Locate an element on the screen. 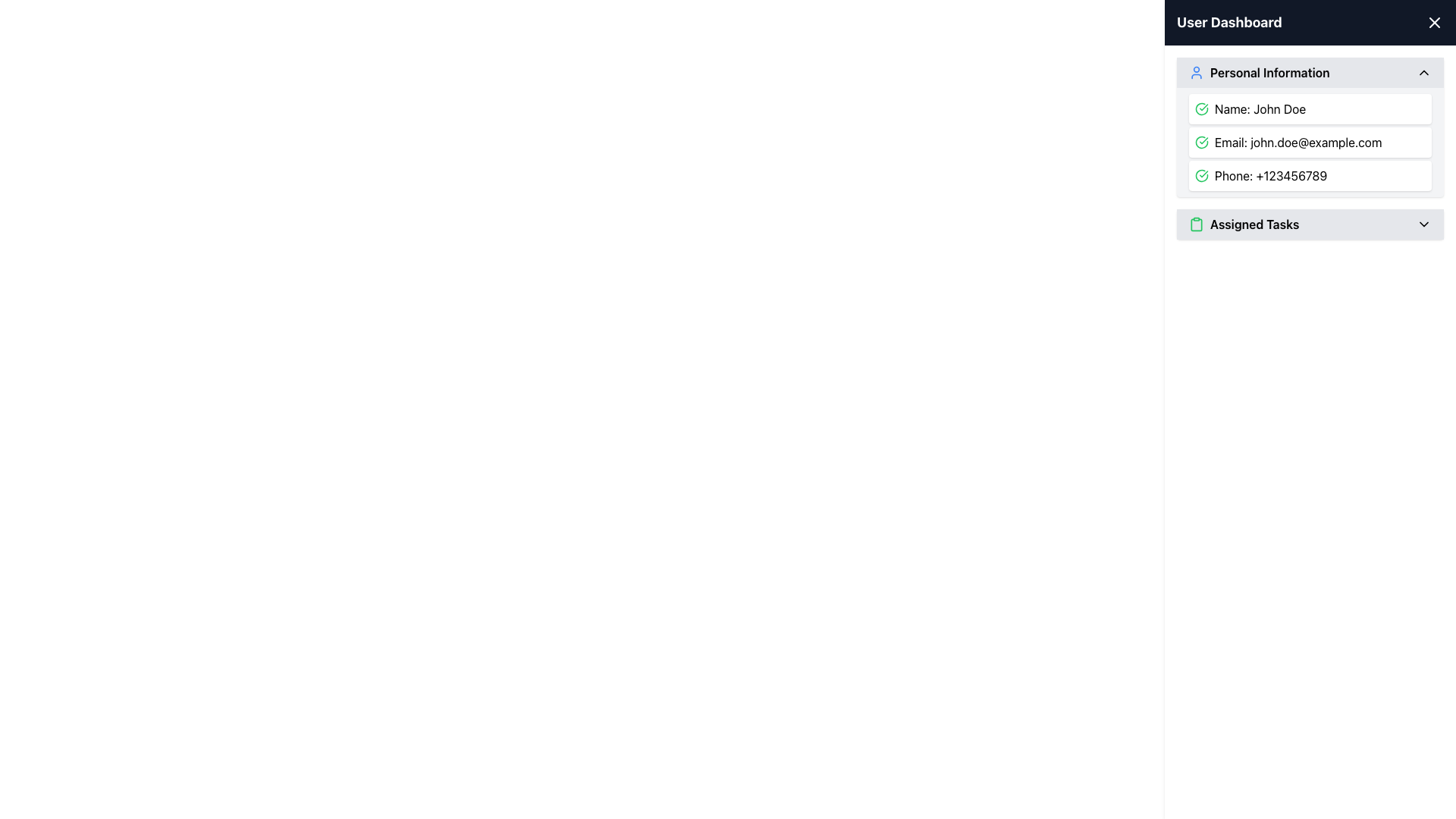 This screenshot has width=1456, height=819. the Collapsible Section Header titled 'Assigned Tasks' for navigation is located at coordinates (1310, 224).